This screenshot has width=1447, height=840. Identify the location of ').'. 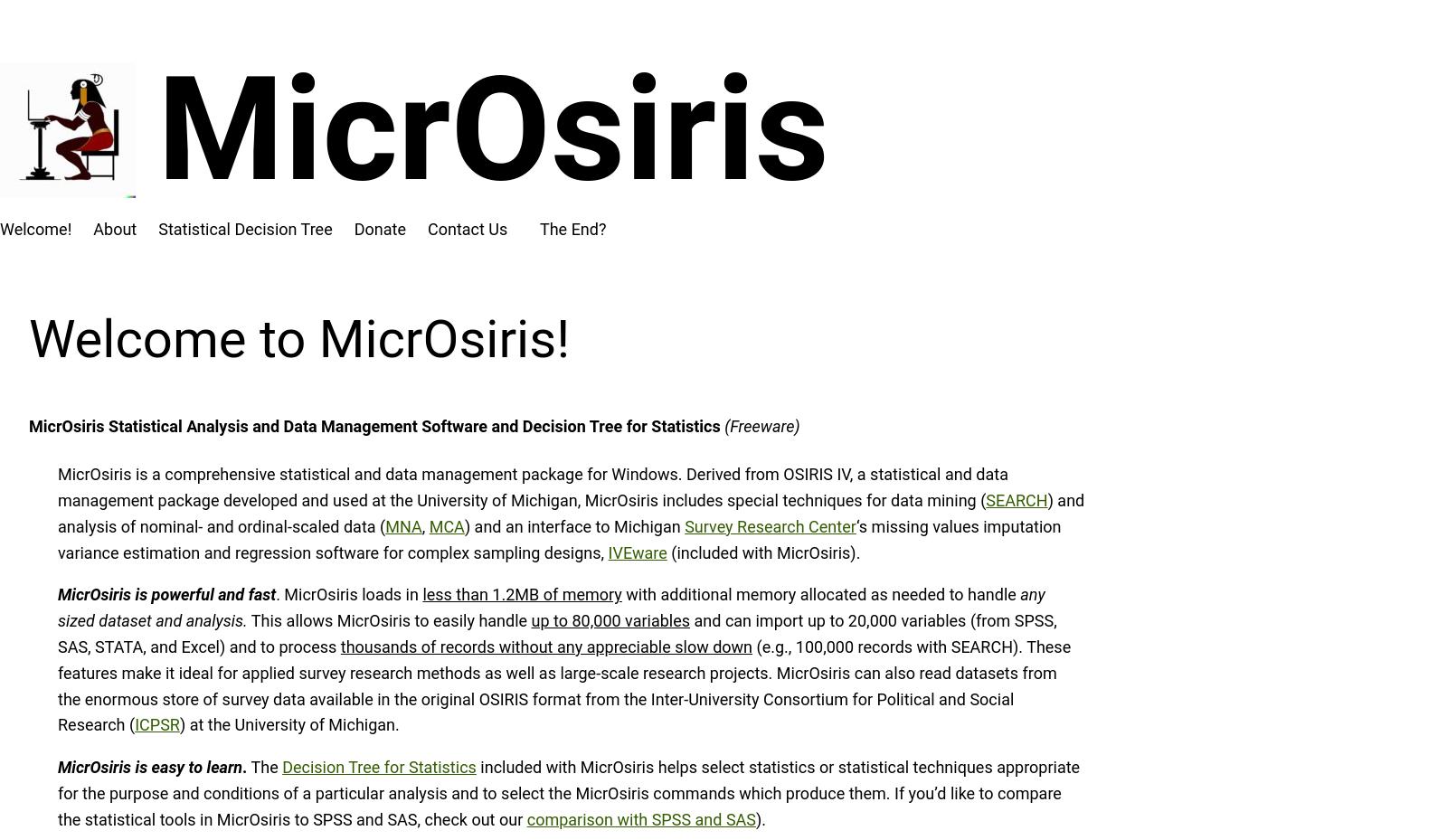
(760, 818).